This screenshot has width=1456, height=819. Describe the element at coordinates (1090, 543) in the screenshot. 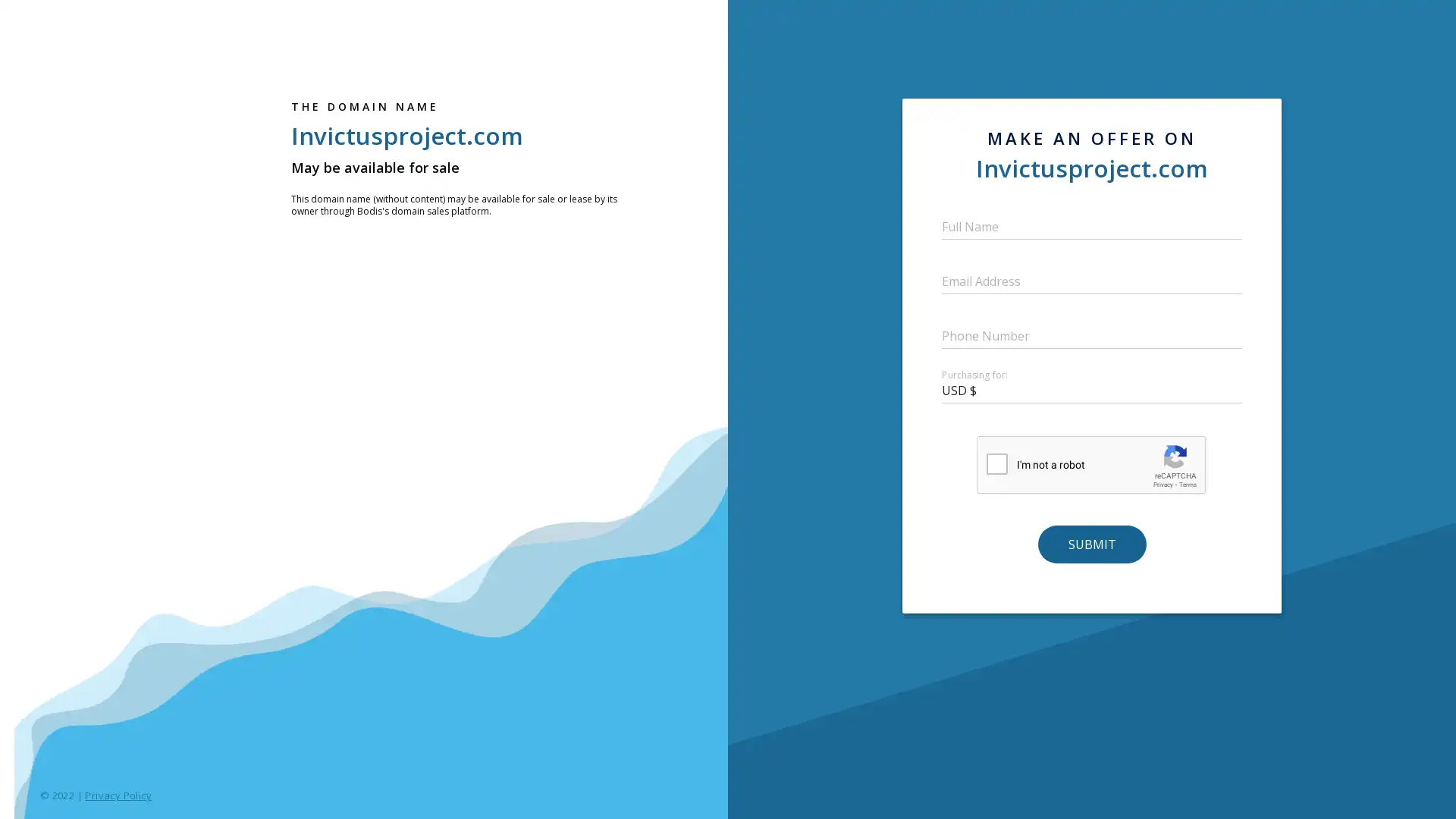

I see `SUBMIT` at that location.